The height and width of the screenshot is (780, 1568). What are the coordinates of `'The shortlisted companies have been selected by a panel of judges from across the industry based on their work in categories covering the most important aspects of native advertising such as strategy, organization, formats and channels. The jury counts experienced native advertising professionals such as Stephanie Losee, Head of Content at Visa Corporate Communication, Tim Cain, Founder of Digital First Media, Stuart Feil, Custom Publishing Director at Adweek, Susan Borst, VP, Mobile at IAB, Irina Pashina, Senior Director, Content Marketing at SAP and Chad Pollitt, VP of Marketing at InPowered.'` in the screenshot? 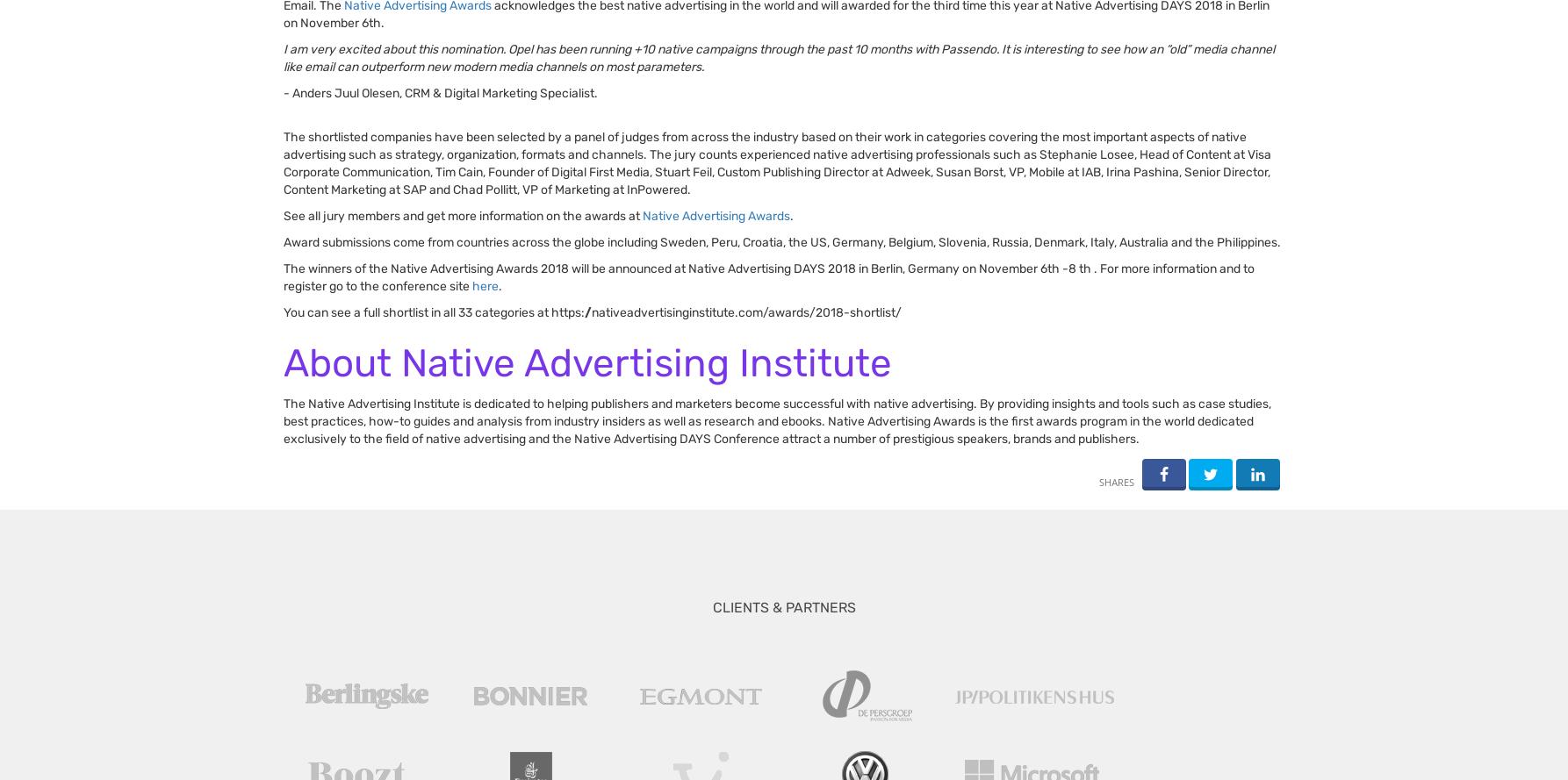 It's located at (776, 163).